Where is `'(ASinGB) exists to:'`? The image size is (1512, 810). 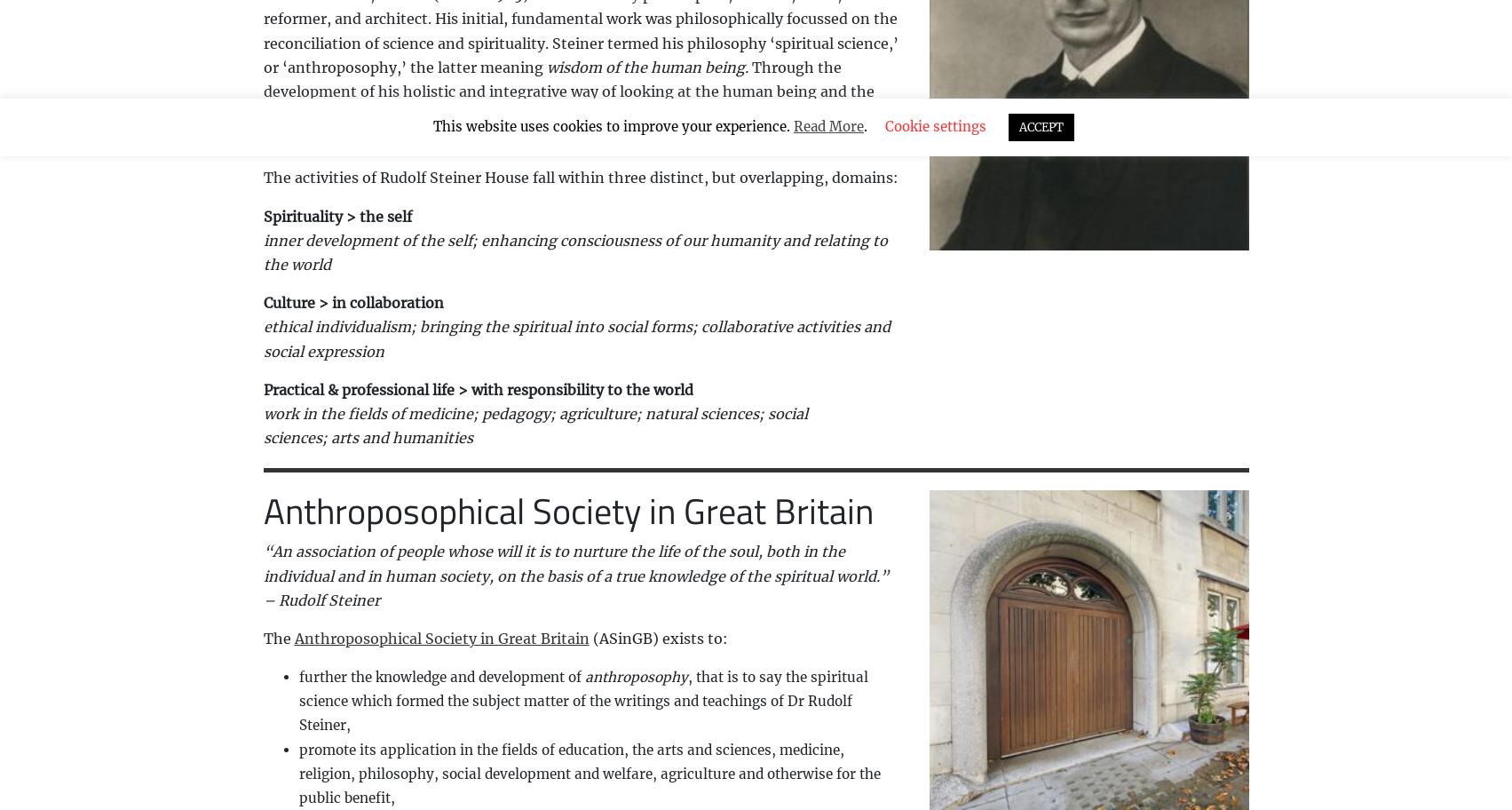
'(ASinGB) exists to:' is located at coordinates (657, 638).